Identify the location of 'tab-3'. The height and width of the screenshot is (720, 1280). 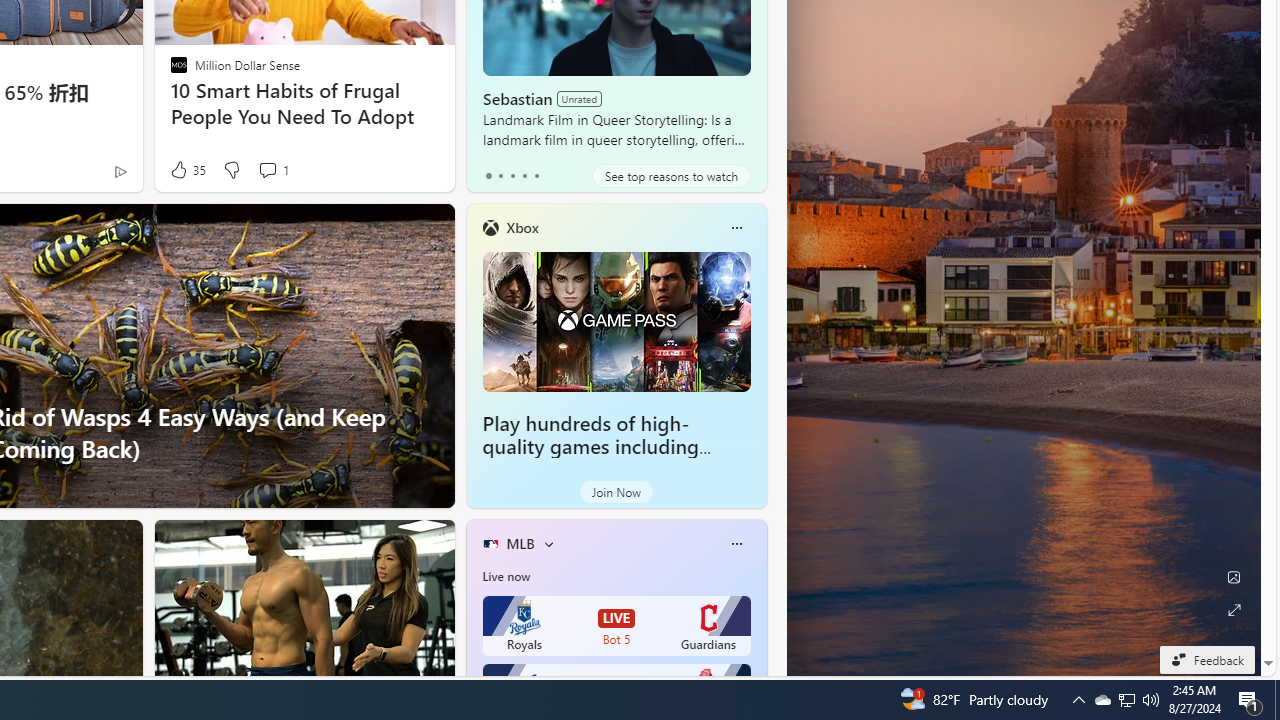
(524, 175).